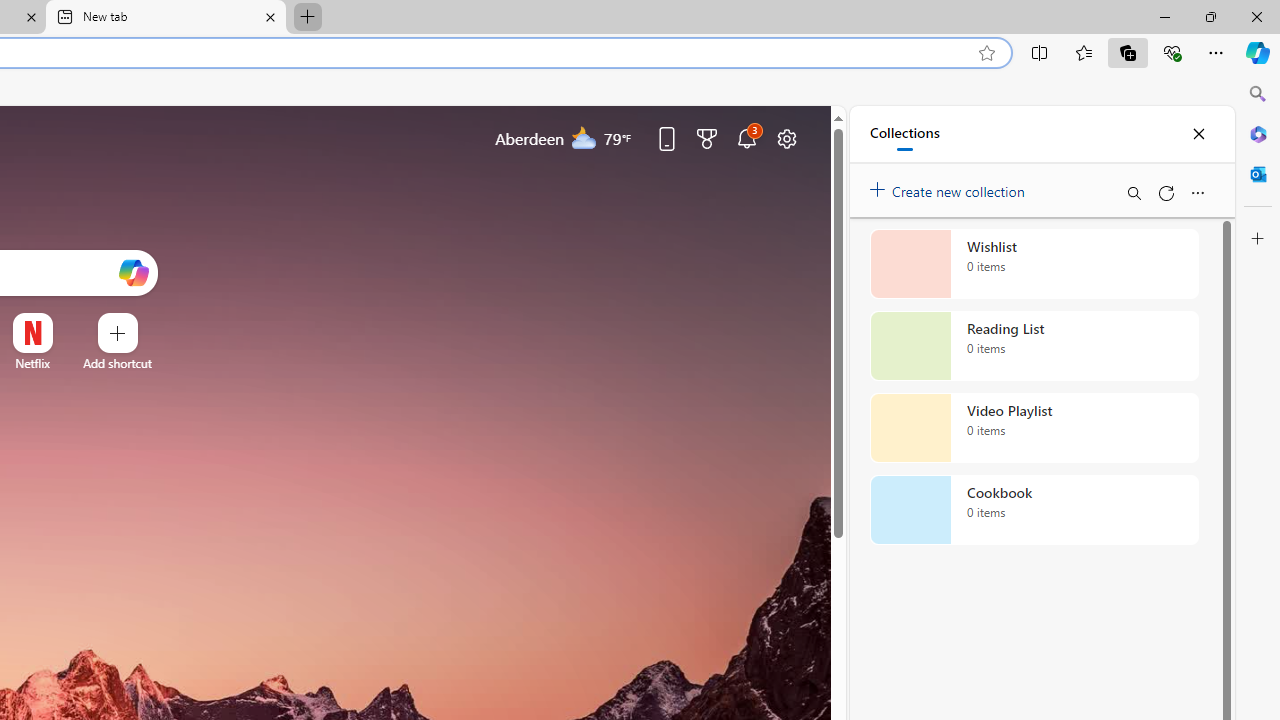 Image resolution: width=1280 pixels, height=720 pixels. What do you see at coordinates (116, 363) in the screenshot?
I see `'Add a site'` at bounding box center [116, 363].